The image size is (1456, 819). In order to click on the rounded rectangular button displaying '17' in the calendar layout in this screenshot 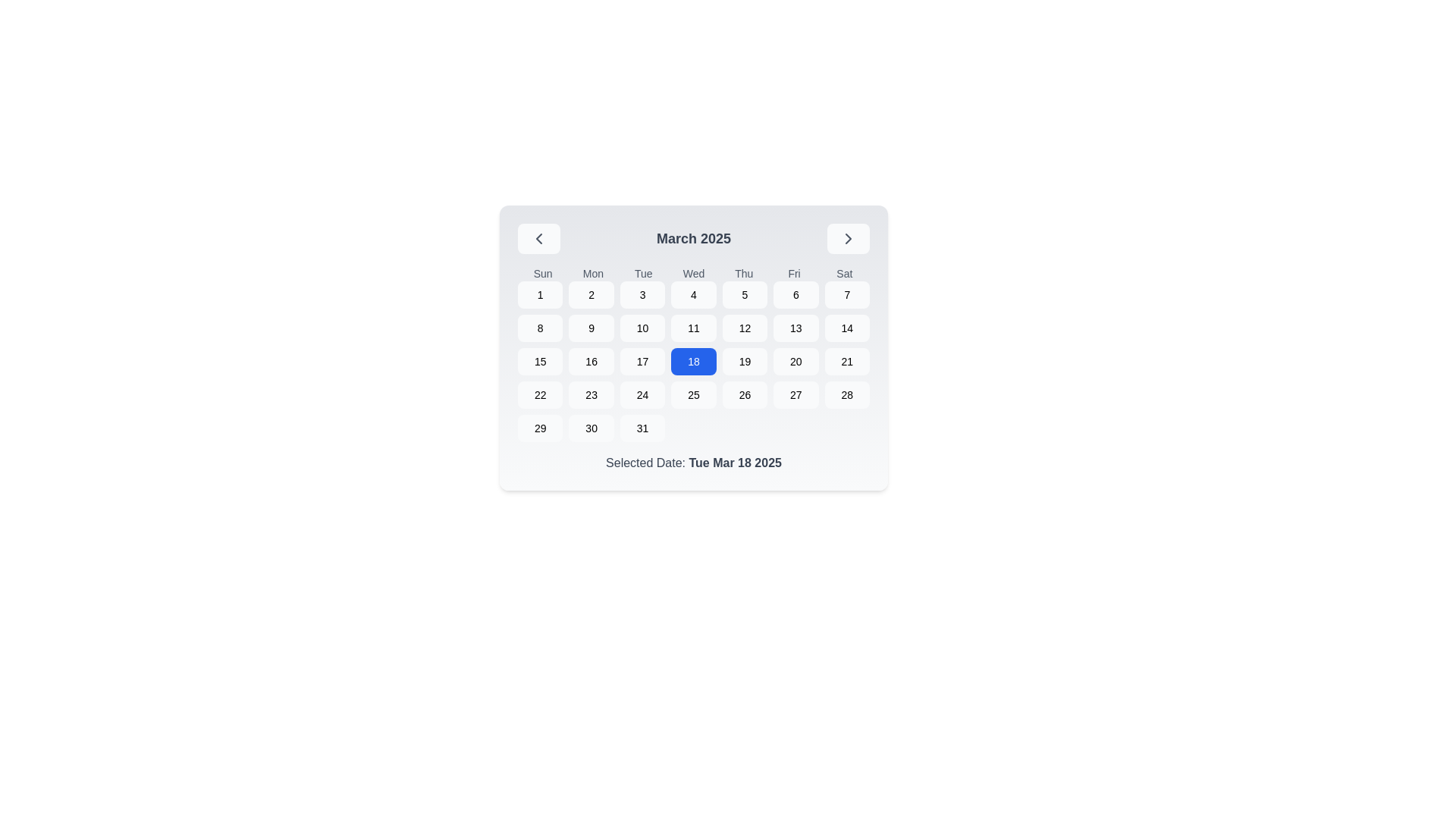, I will do `click(642, 362)`.